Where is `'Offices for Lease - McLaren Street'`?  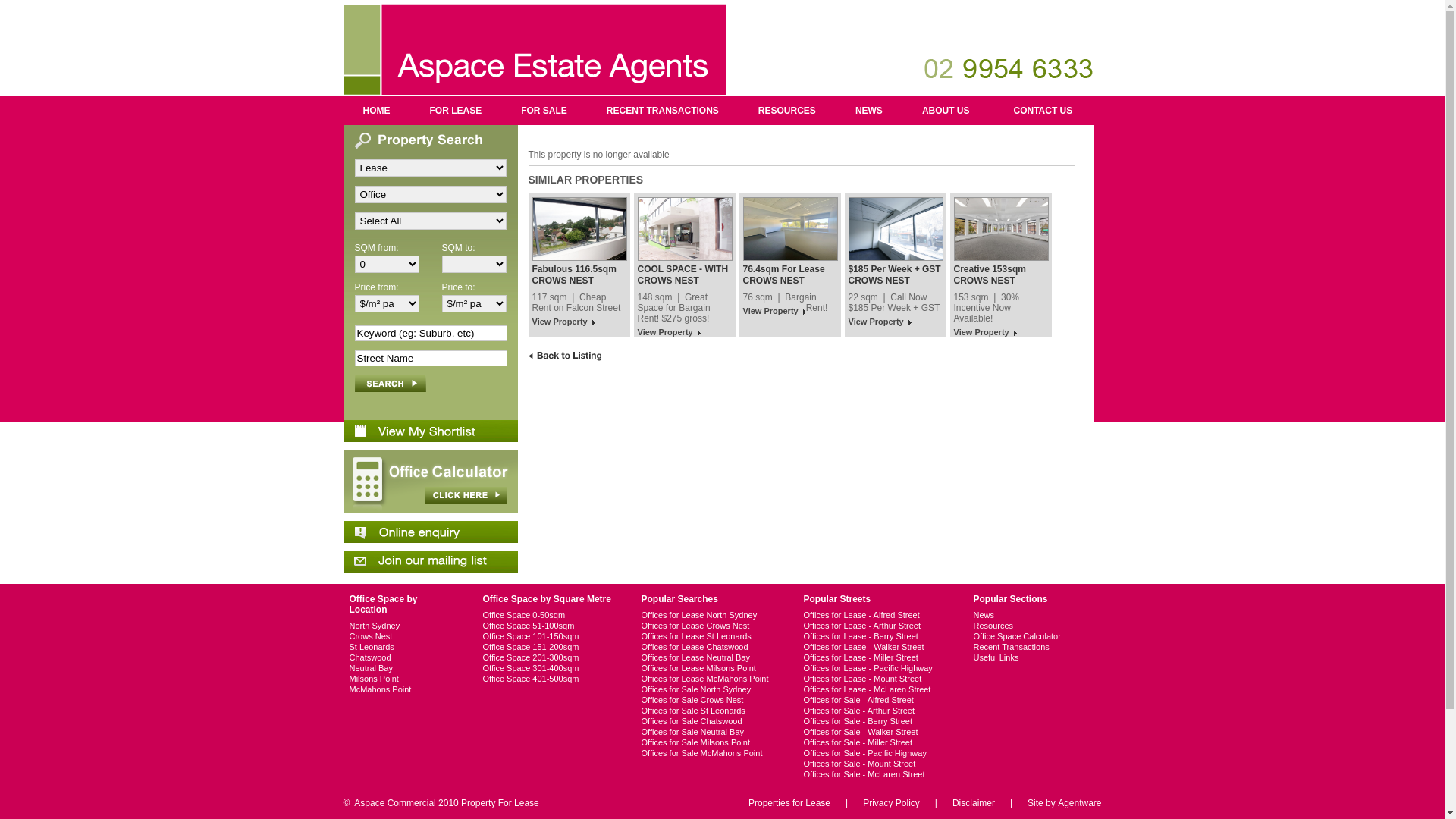
'Offices for Lease - McLaren Street' is located at coordinates (876, 689).